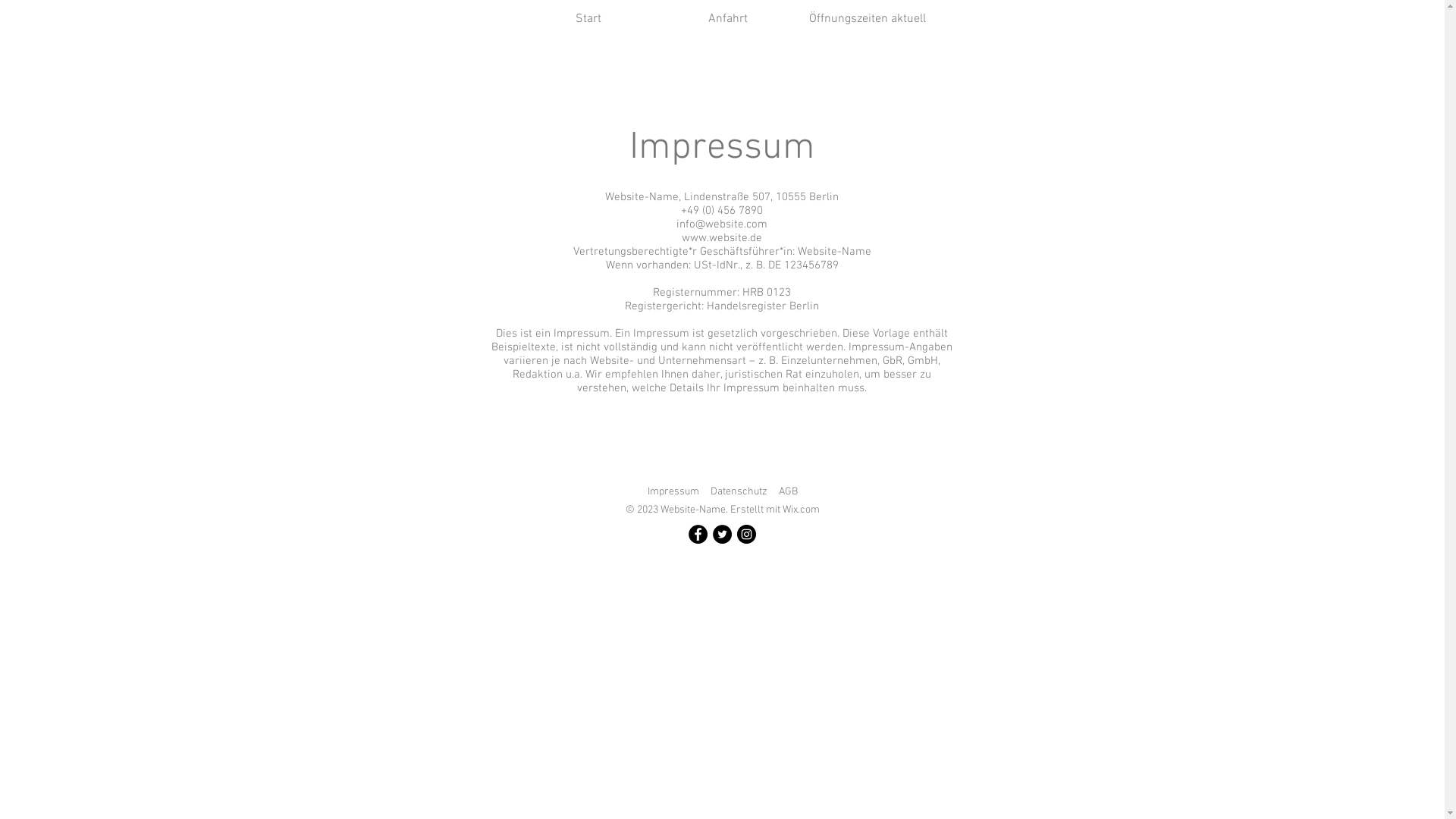 The image size is (1456, 819). Describe the element at coordinates (728, 19) in the screenshot. I see `'Anfahrt'` at that location.